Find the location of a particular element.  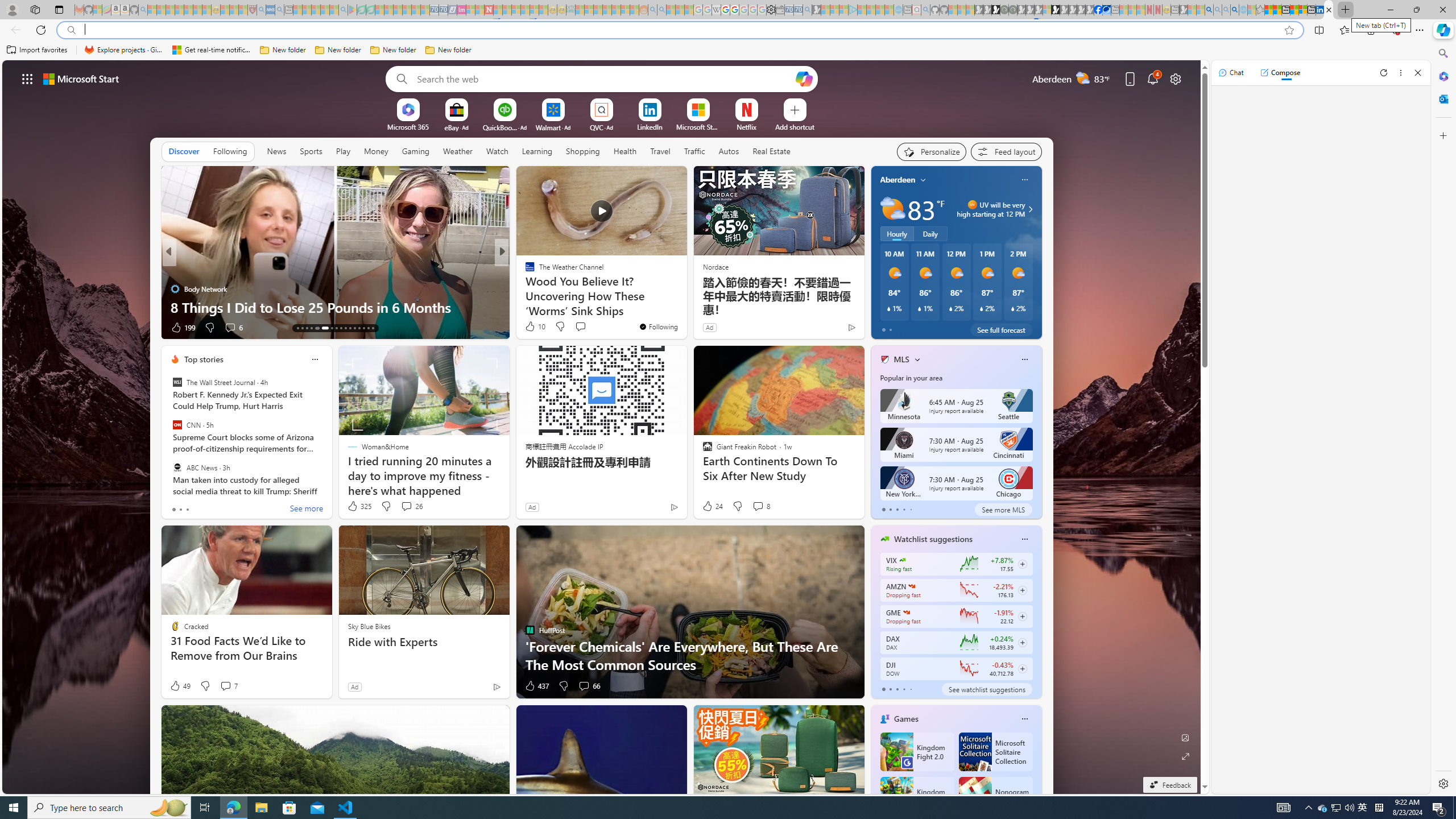

'Local - MSN - Sleeping' is located at coordinates (243, 9).